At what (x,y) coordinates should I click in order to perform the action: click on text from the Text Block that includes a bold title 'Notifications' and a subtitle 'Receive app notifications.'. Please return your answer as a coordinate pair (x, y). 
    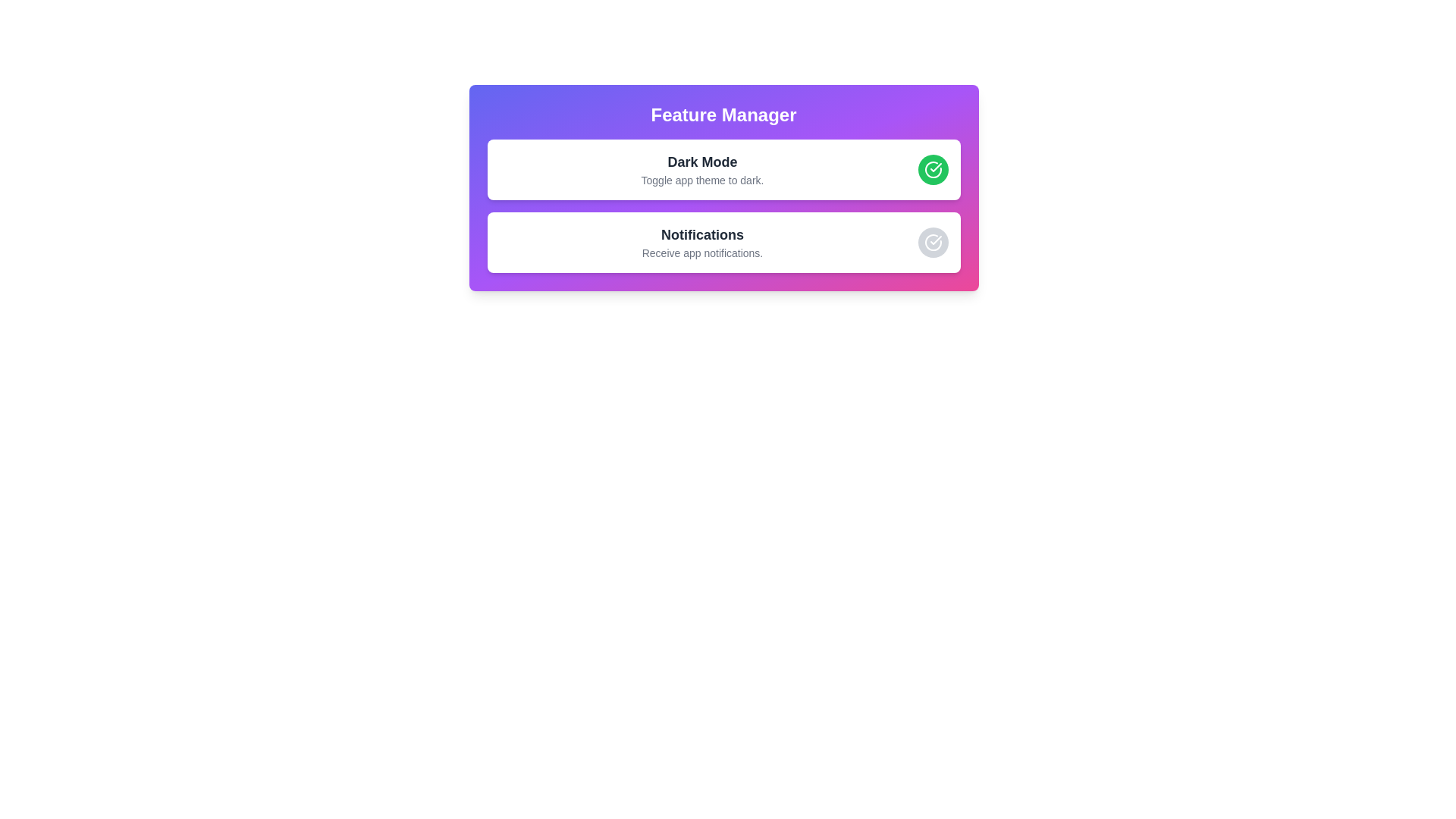
    Looking at the image, I should click on (701, 242).